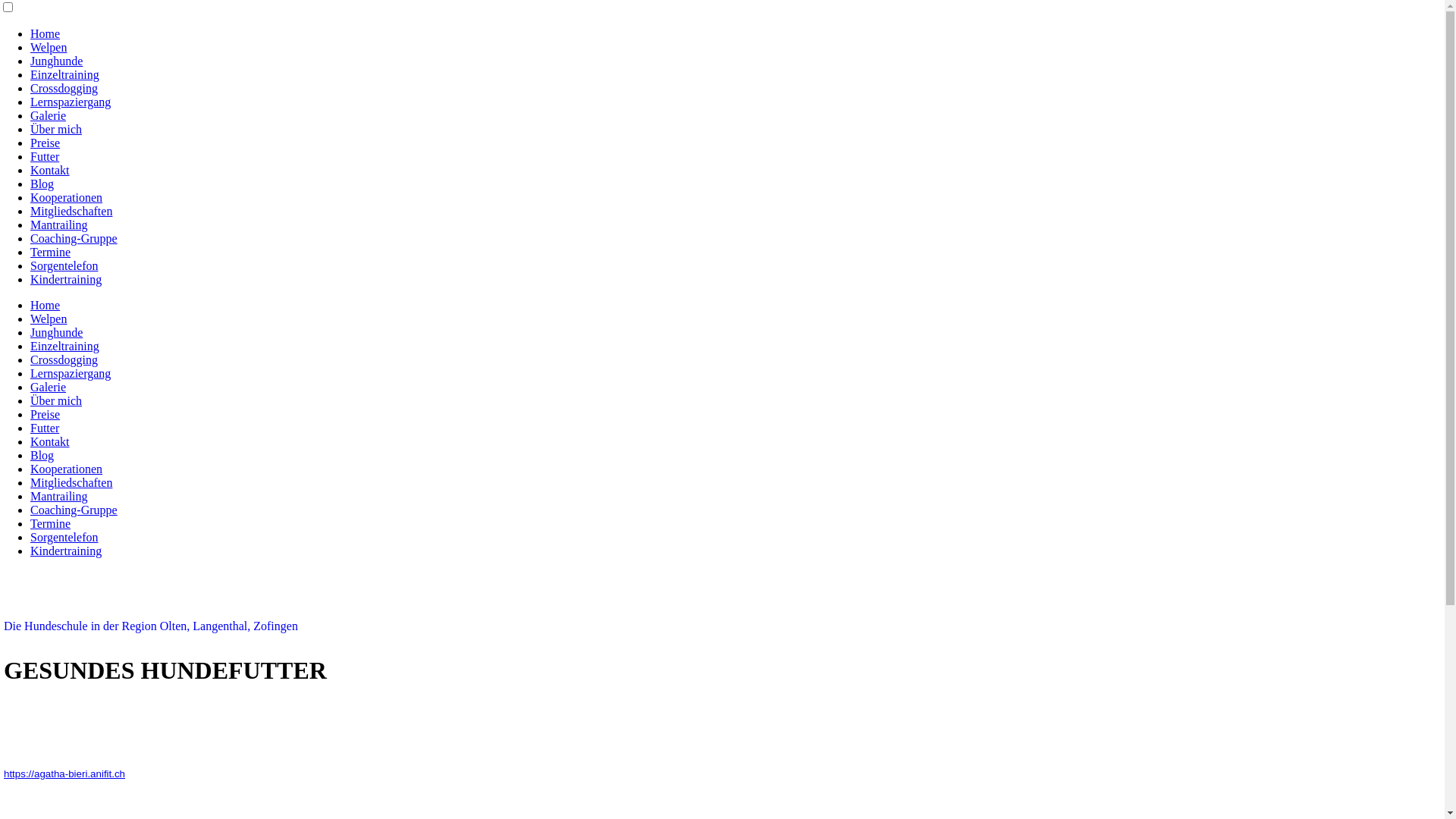 The width and height of the screenshot is (1456, 819). I want to click on 'Home', so click(45, 305).